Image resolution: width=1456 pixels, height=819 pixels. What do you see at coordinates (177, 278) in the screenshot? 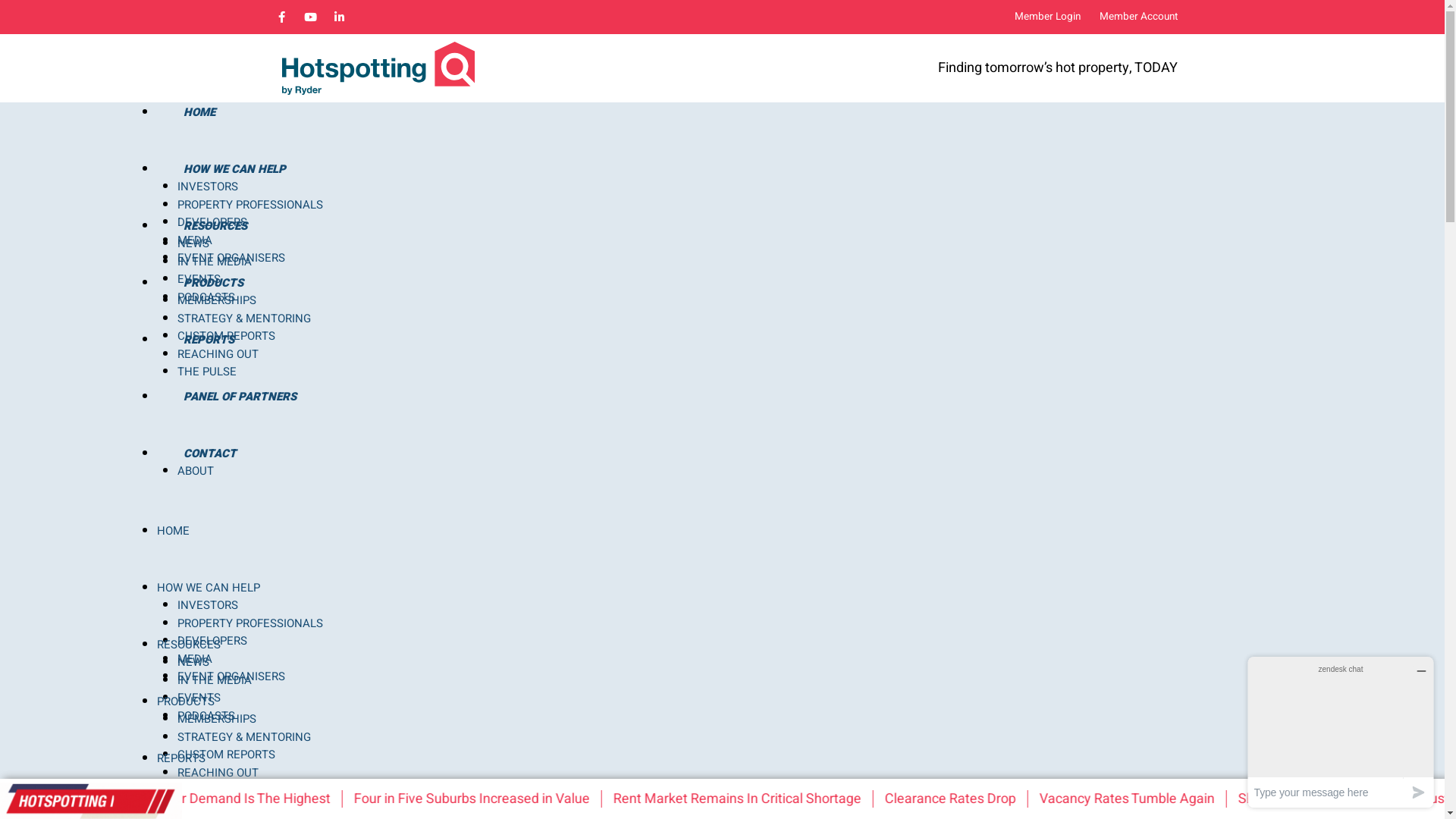
I see `'EVENTS'` at bounding box center [177, 278].